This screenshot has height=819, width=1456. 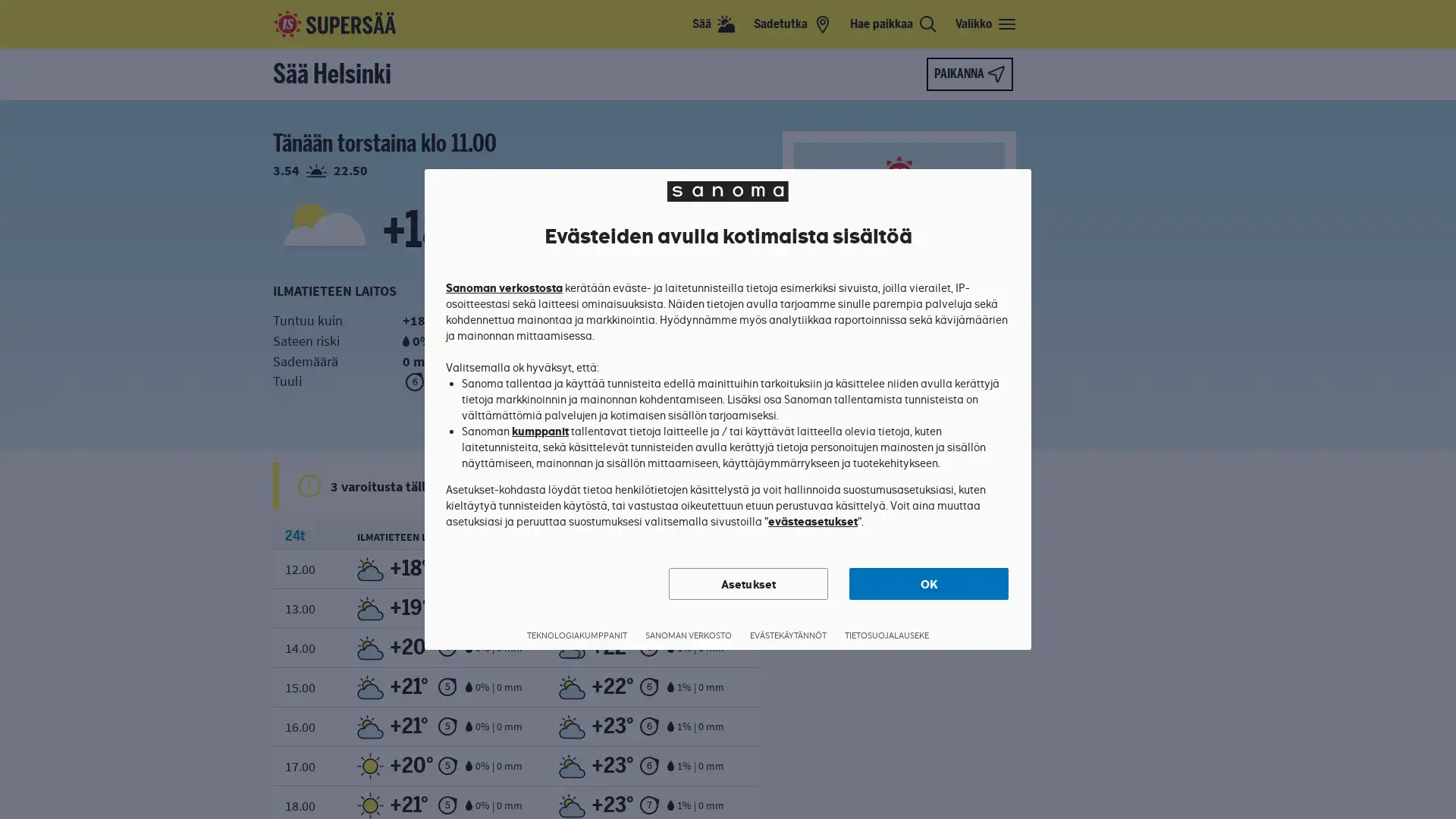 What do you see at coordinates (986, 24) in the screenshot?
I see `Valikko` at bounding box center [986, 24].